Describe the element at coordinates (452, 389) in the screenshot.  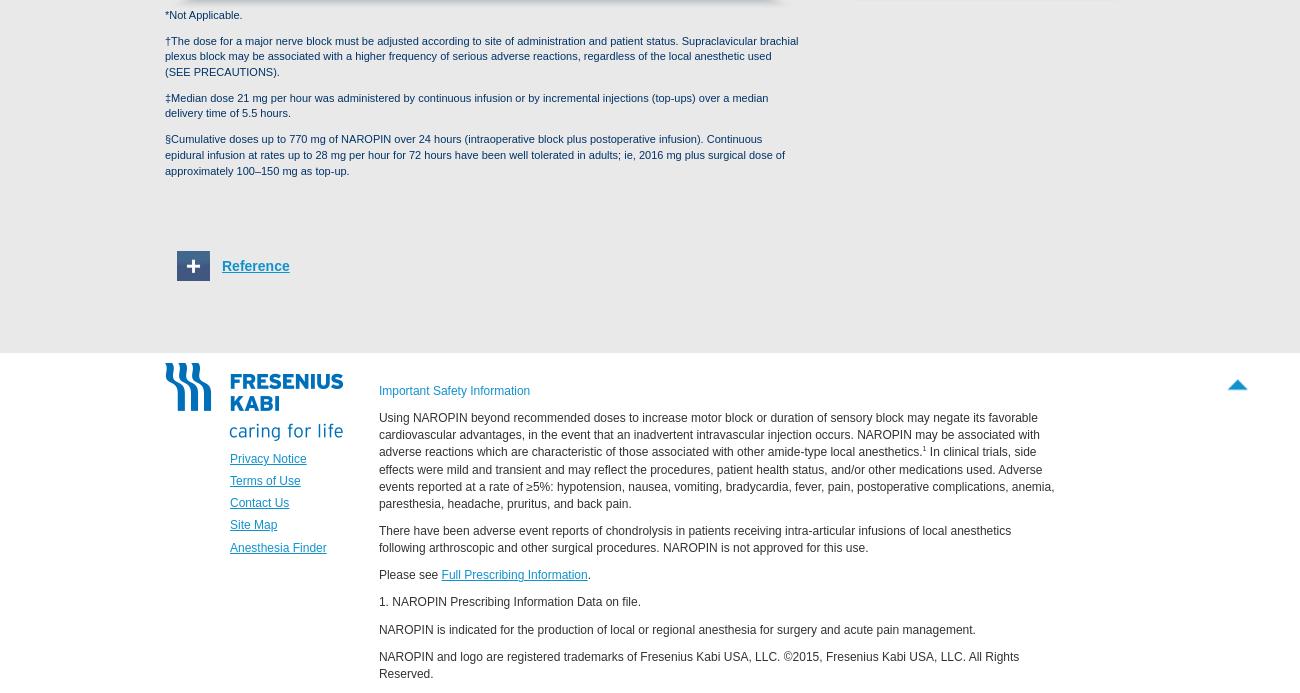
I see `'Important Safety Information'` at that location.